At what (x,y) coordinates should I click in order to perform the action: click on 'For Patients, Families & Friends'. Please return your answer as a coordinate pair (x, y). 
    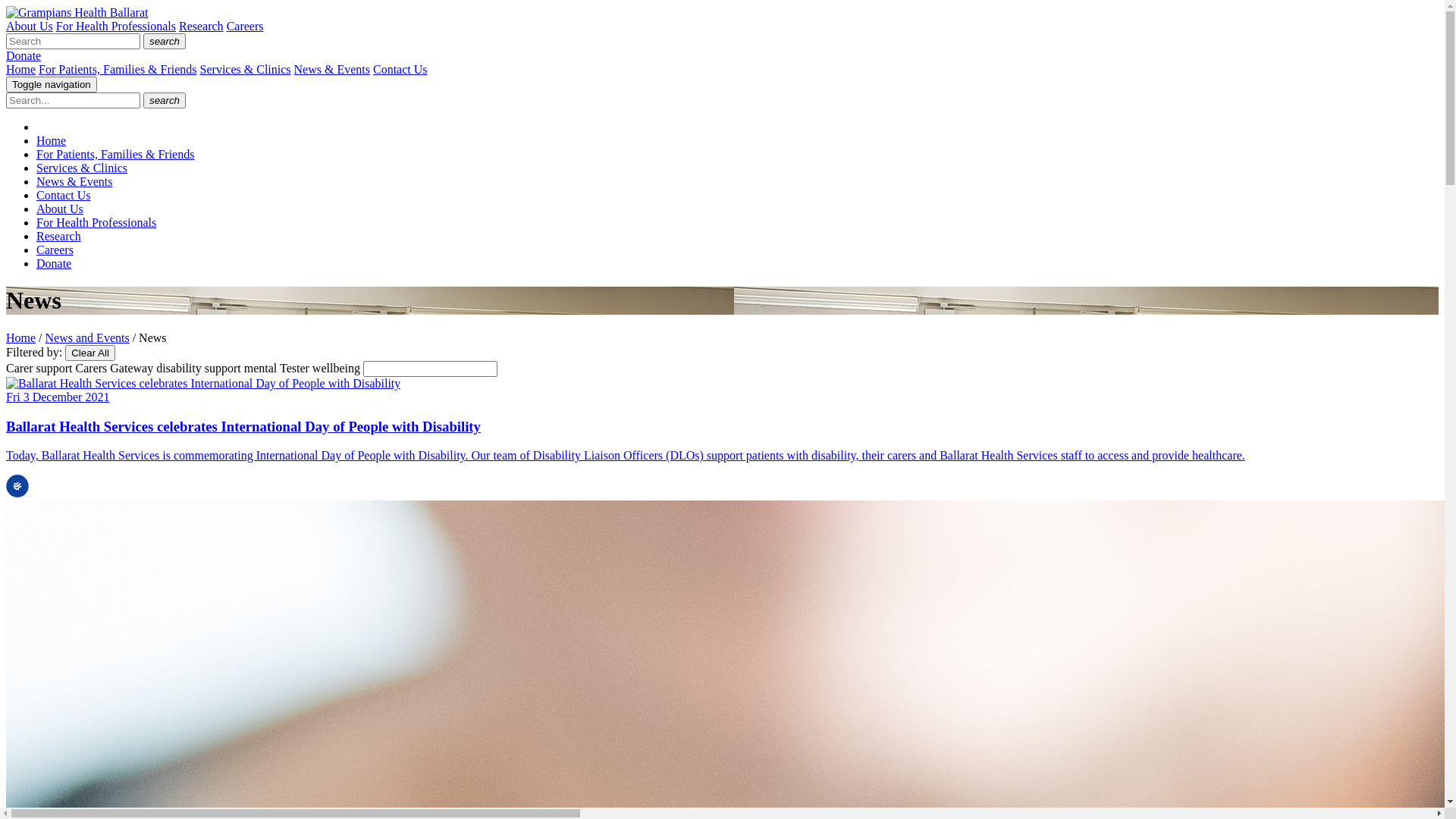
    Looking at the image, I should click on (116, 69).